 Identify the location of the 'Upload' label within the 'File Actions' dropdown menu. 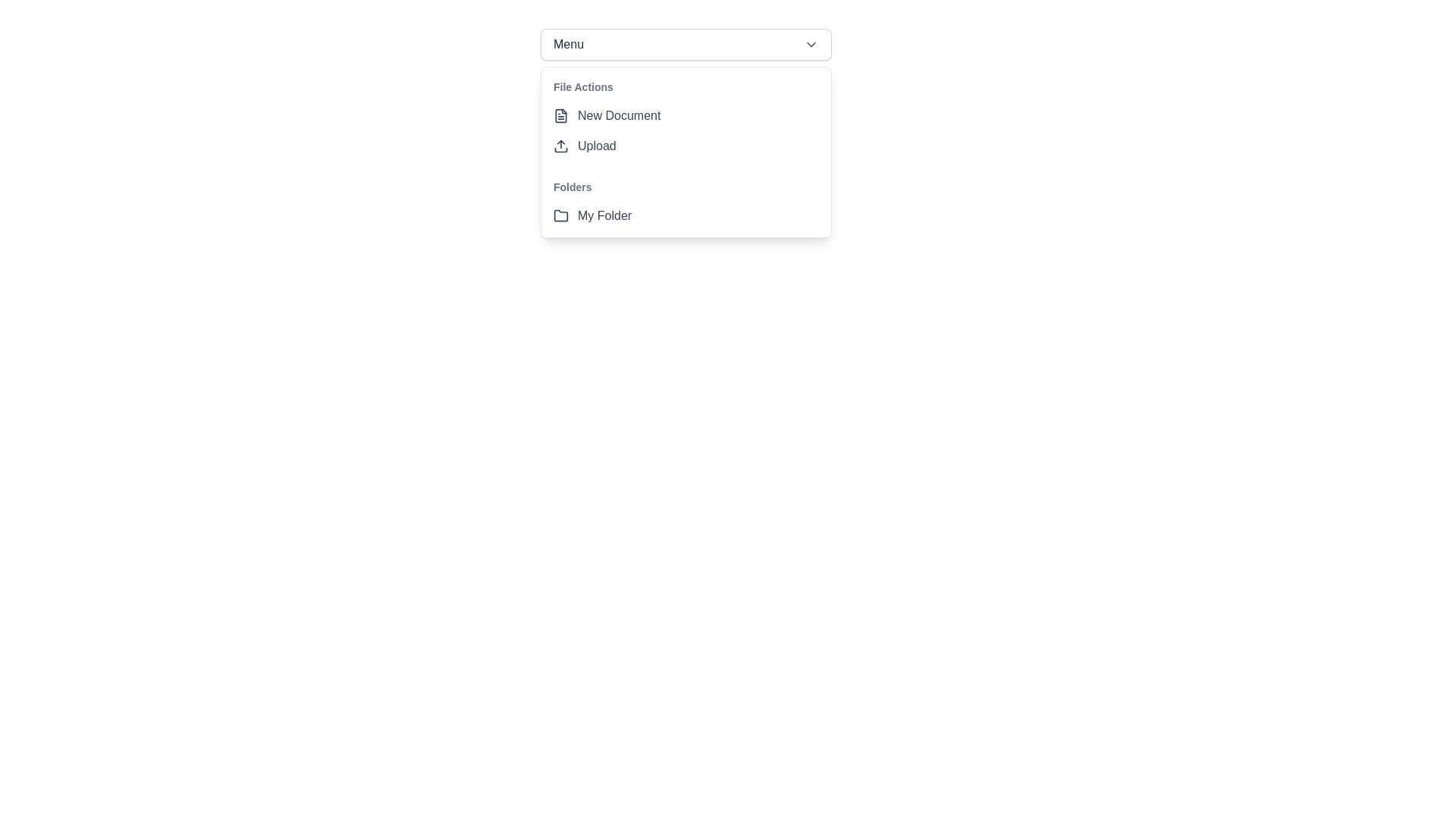
(596, 146).